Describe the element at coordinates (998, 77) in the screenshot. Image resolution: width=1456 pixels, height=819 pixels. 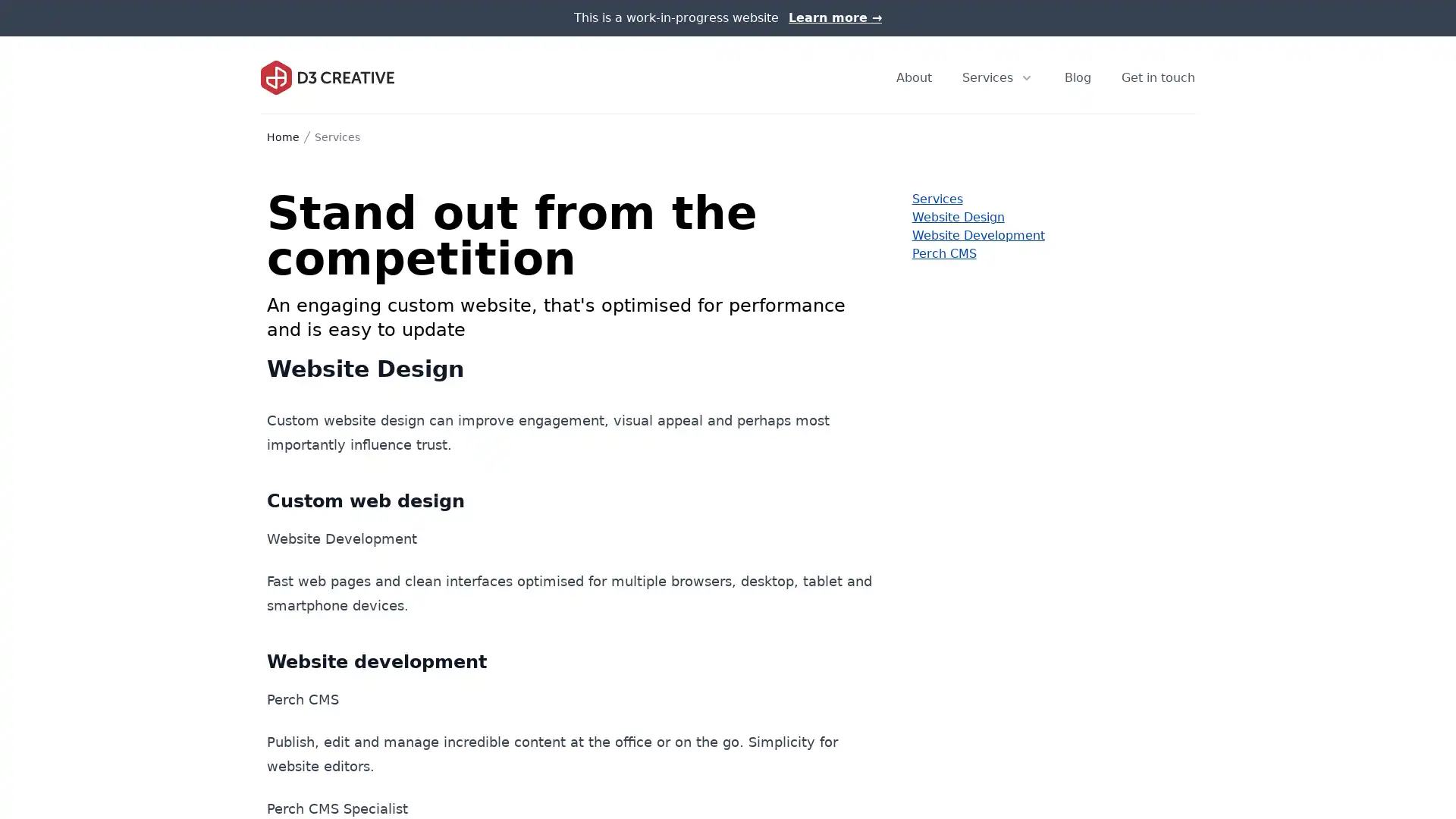
I see `Services` at that location.